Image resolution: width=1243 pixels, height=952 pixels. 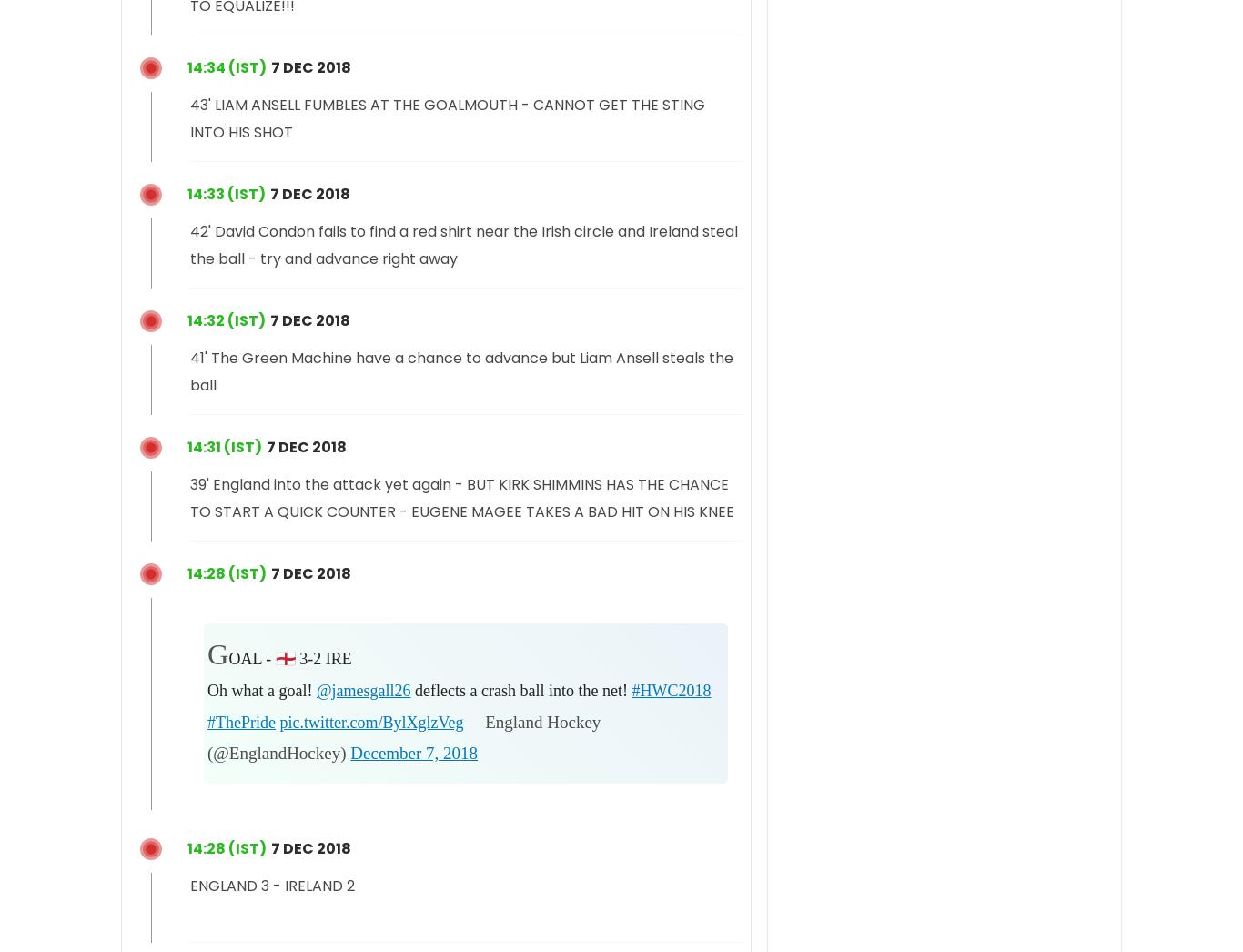 What do you see at coordinates (227, 66) in the screenshot?
I see `'14:34 (IST)'` at bounding box center [227, 66].